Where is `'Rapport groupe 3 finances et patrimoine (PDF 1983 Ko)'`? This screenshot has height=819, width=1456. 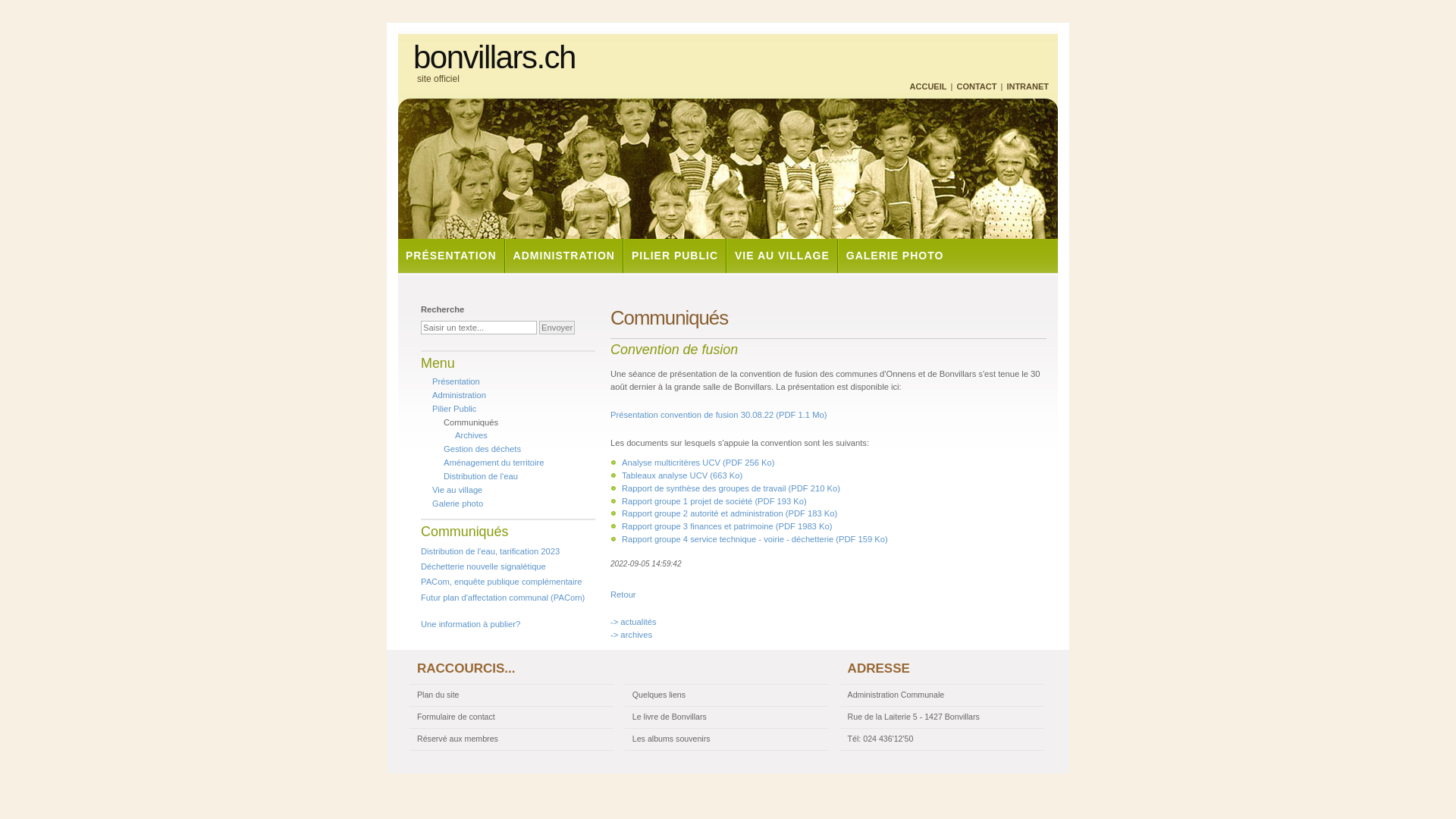 'Rapport groupe 3 finances et patrimoine (PDF 1983 Ko)' is located at coordinates (726, 526).